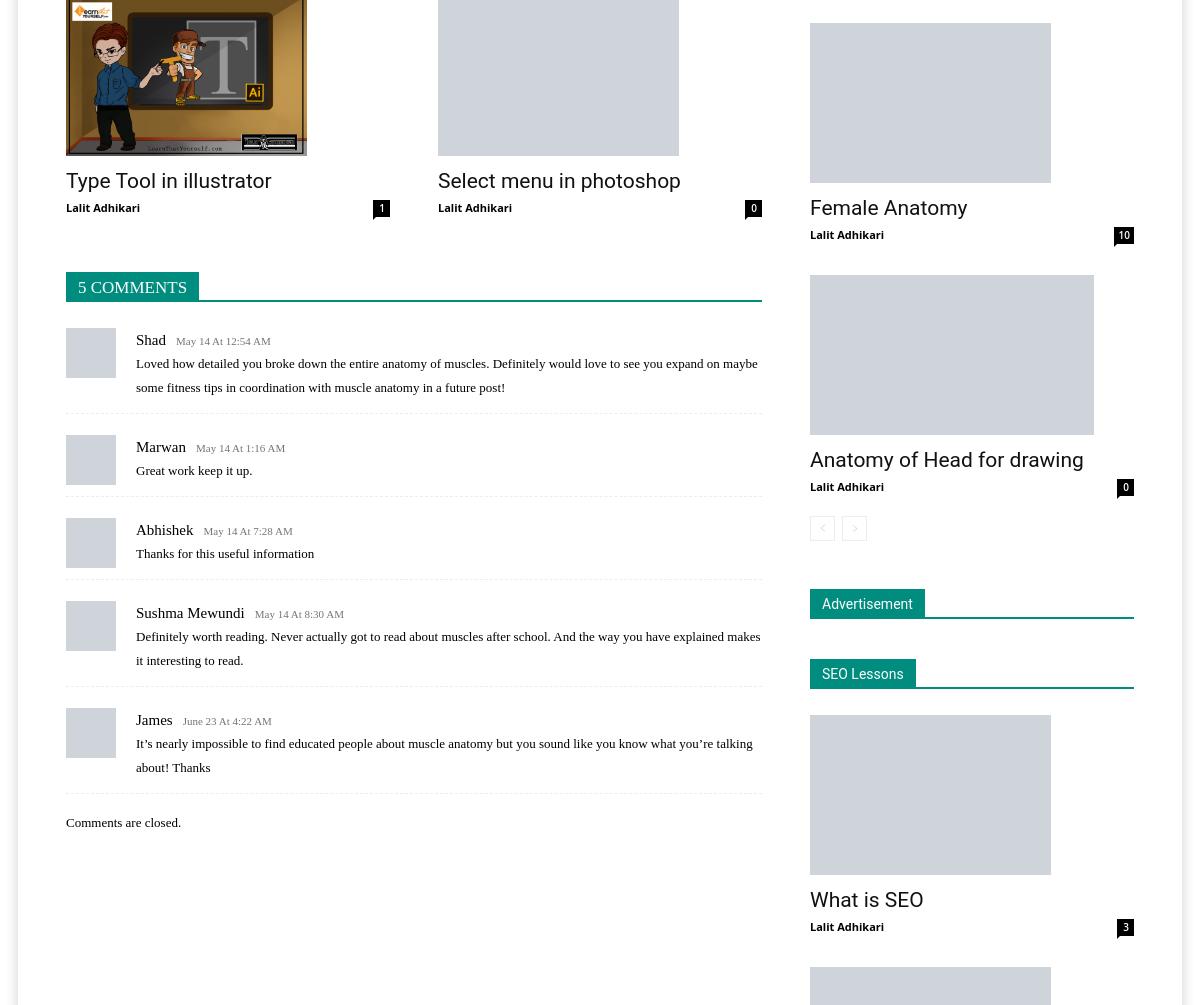  I want to click on '1', so click(381, 207).